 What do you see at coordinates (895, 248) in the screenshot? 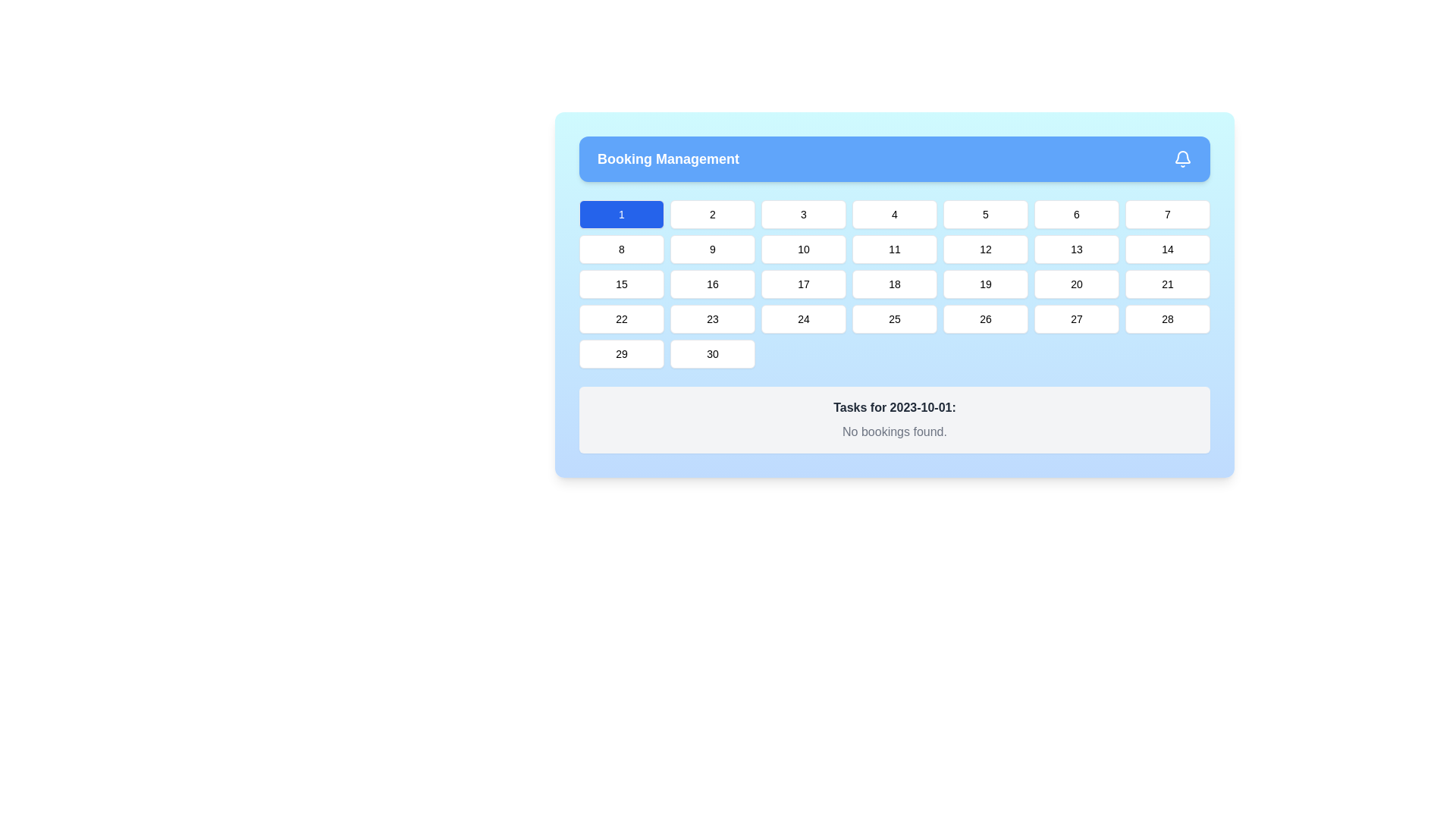
I see `the interactive button in the second row, fourth item of the grid layout` at bounding box center [895, 248].